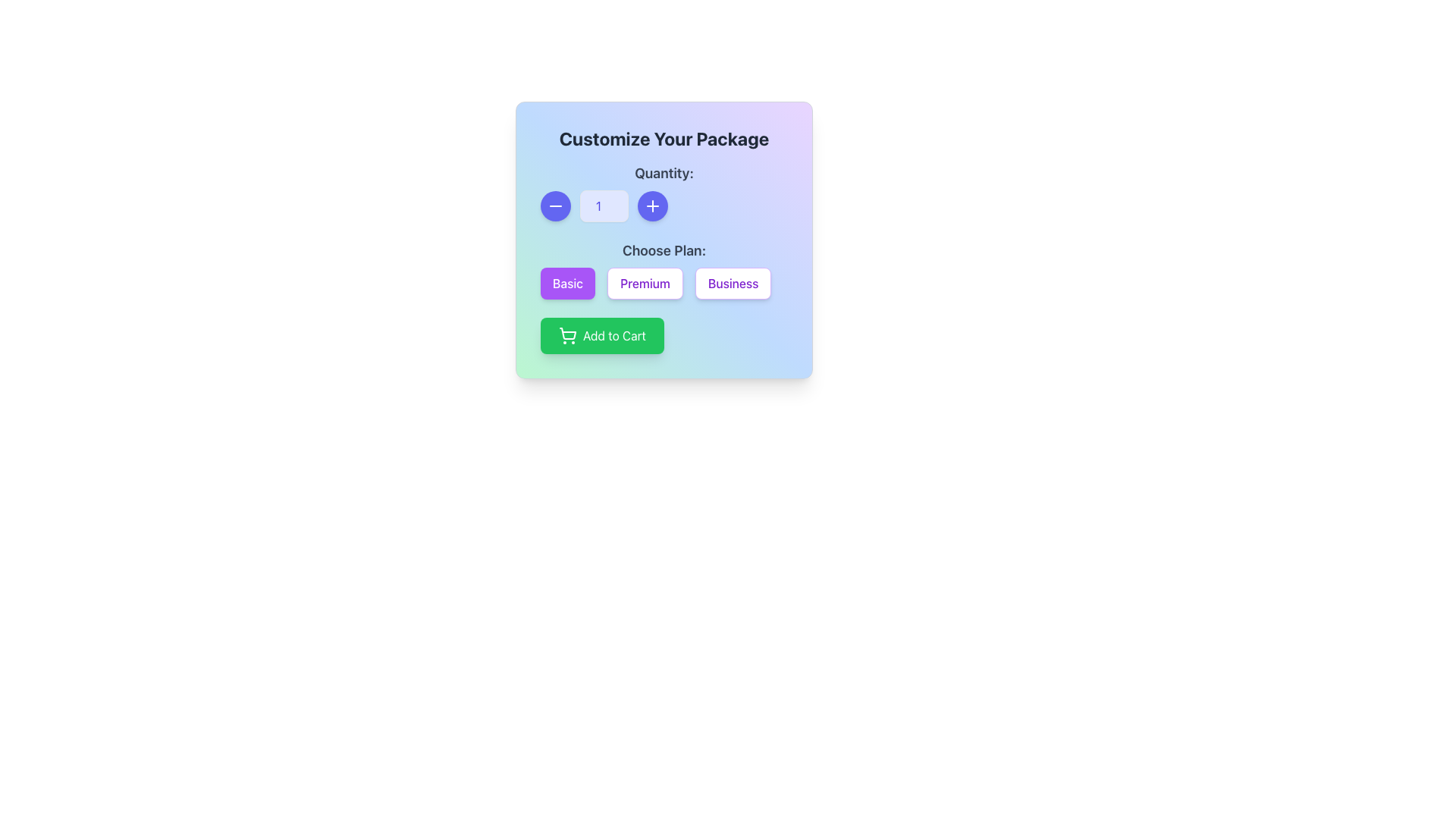 This screenshot has height=819, width=1456. Describe the element at coordinates (566, 284) in the screenshot. I see `the 'Basic' button, which is a rectangular button with rounded edges, purple background, and white text` at that location.